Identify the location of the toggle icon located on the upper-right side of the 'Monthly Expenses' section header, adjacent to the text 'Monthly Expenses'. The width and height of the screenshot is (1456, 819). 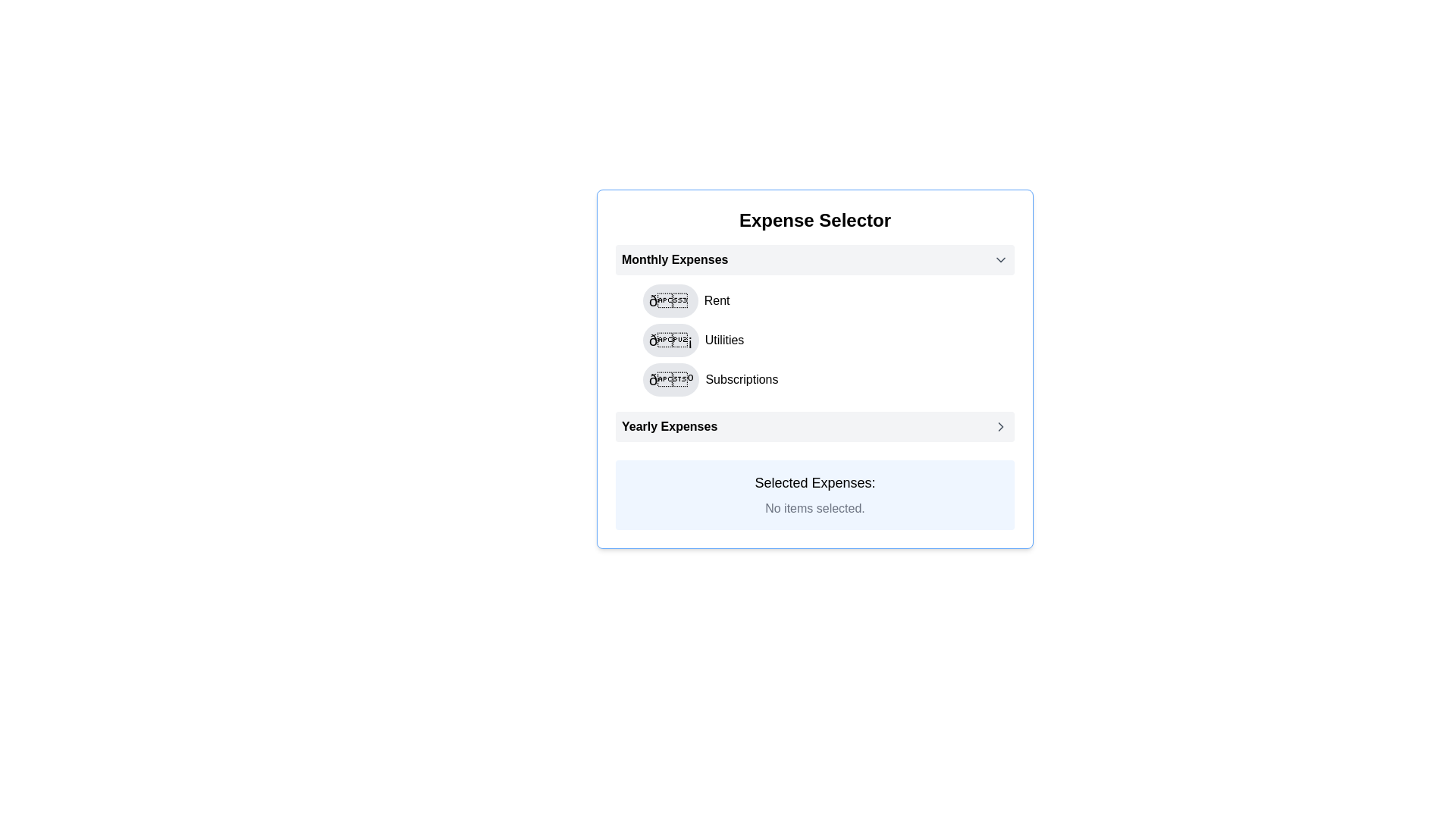
(1001, 259).